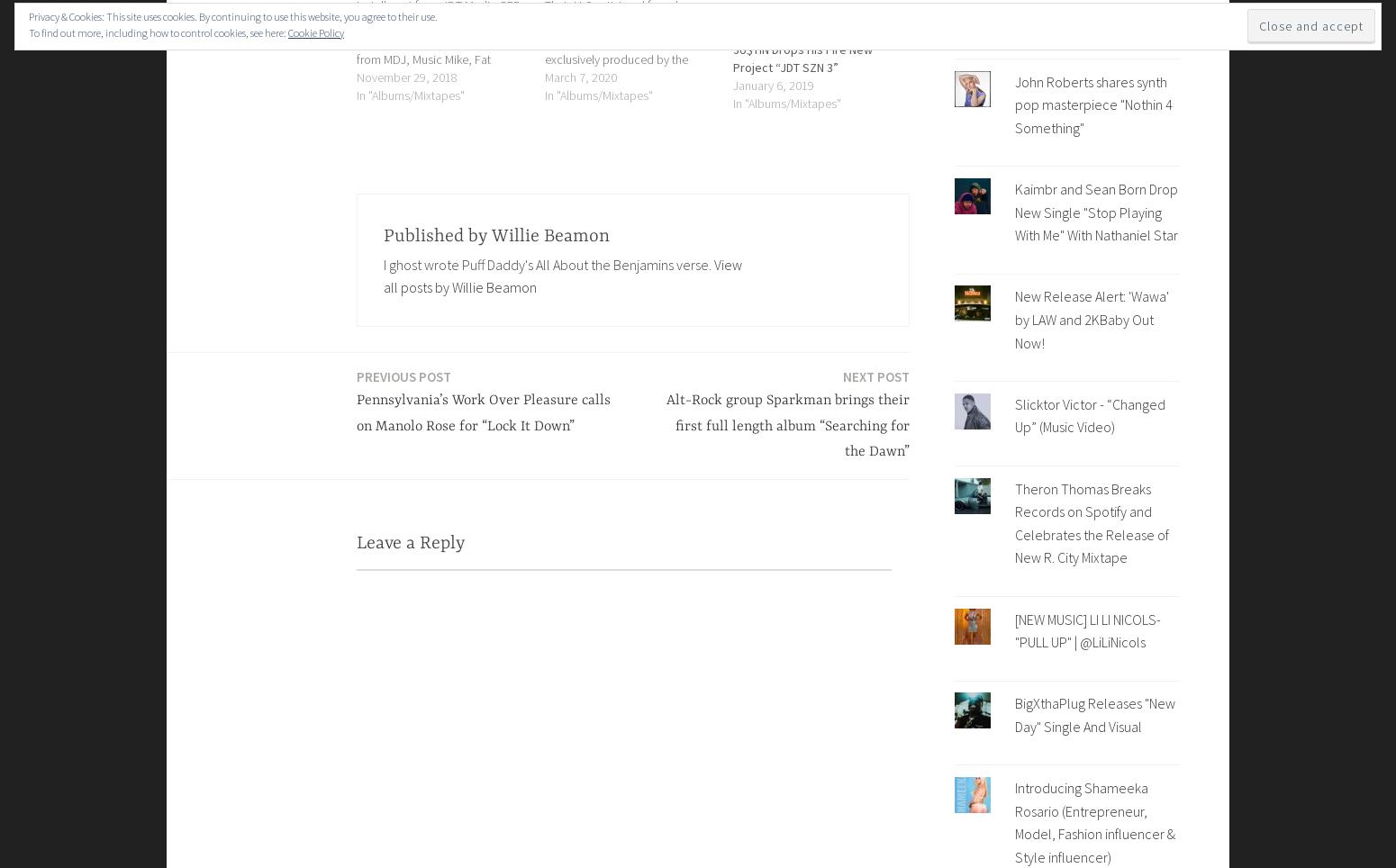 Image resolution: width=1396 pixels, height=868 pixels. Describe the element at coordinates (1066, 30) in the screenshot. I see `'Top Posts'` at that location.